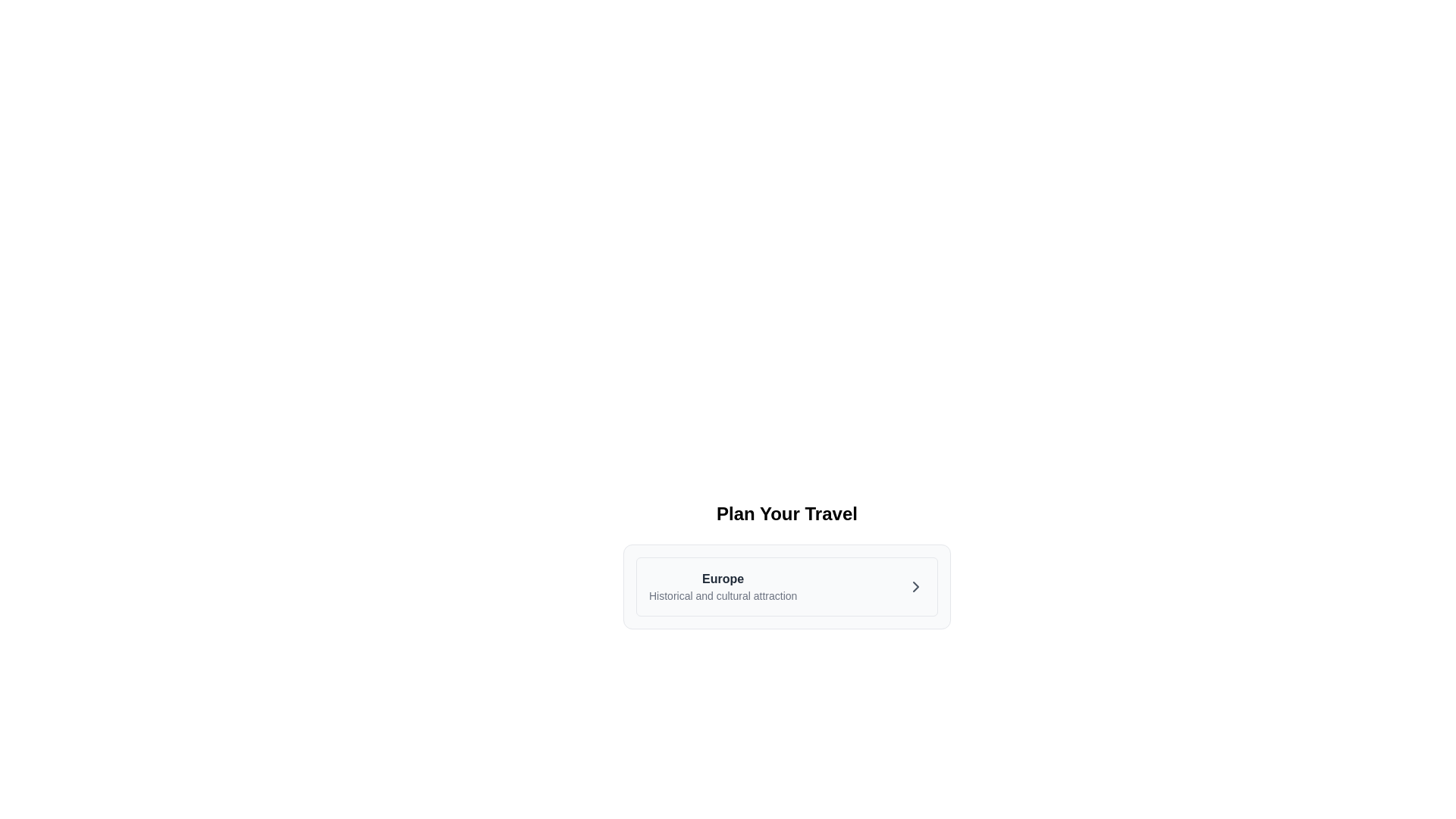  What do you see at coordinates (722, 595) in the screenshot?
I see `the text label that reads 'Historical and cultural attraction', which is located underneath the 'Europe' header and styled with a small gray font` at bounding box center [722, 595].